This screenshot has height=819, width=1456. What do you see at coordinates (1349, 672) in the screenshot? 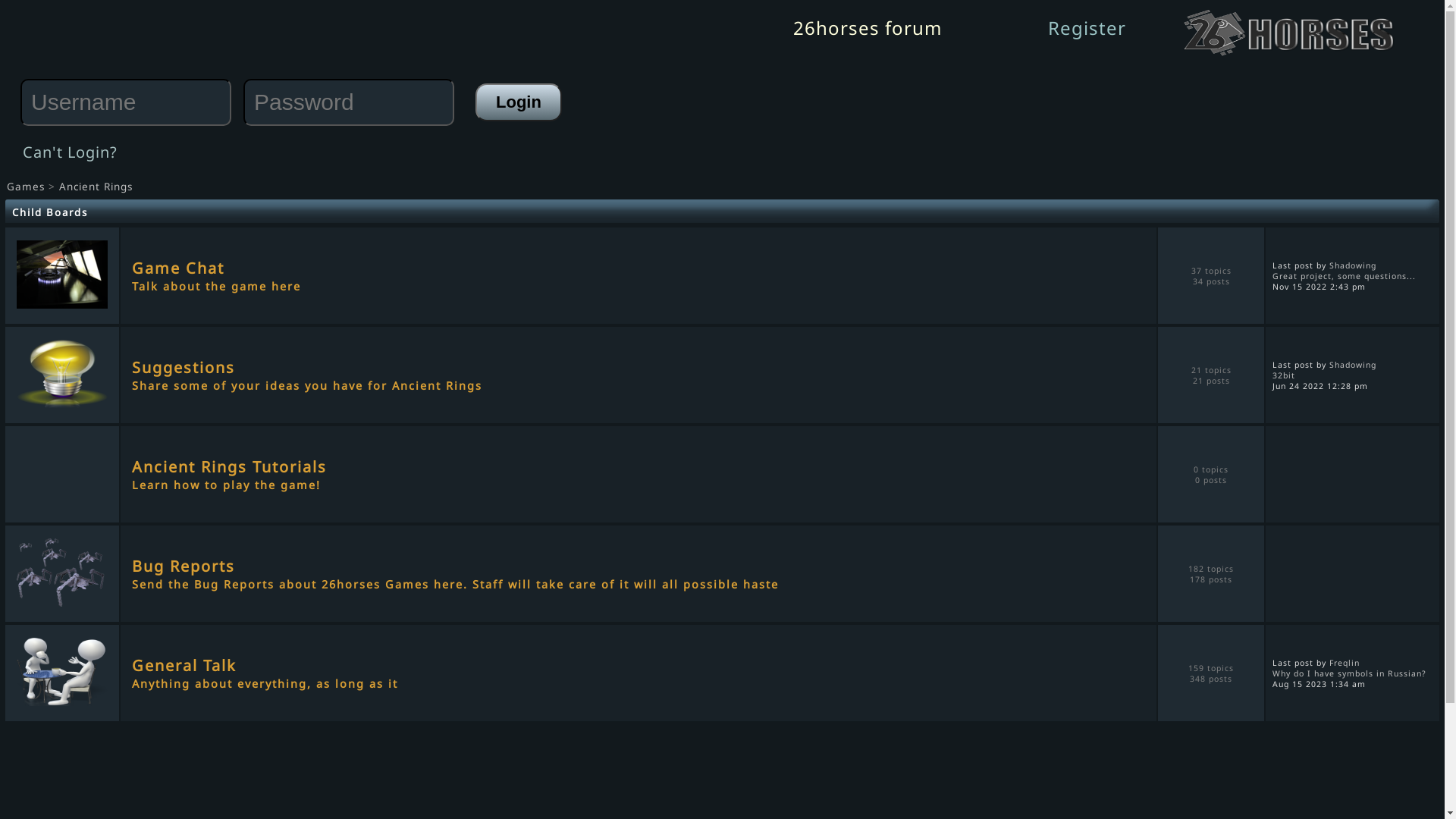
I see `'Why do I have symbols in Russian?'` at bounding box center [1349, 672].